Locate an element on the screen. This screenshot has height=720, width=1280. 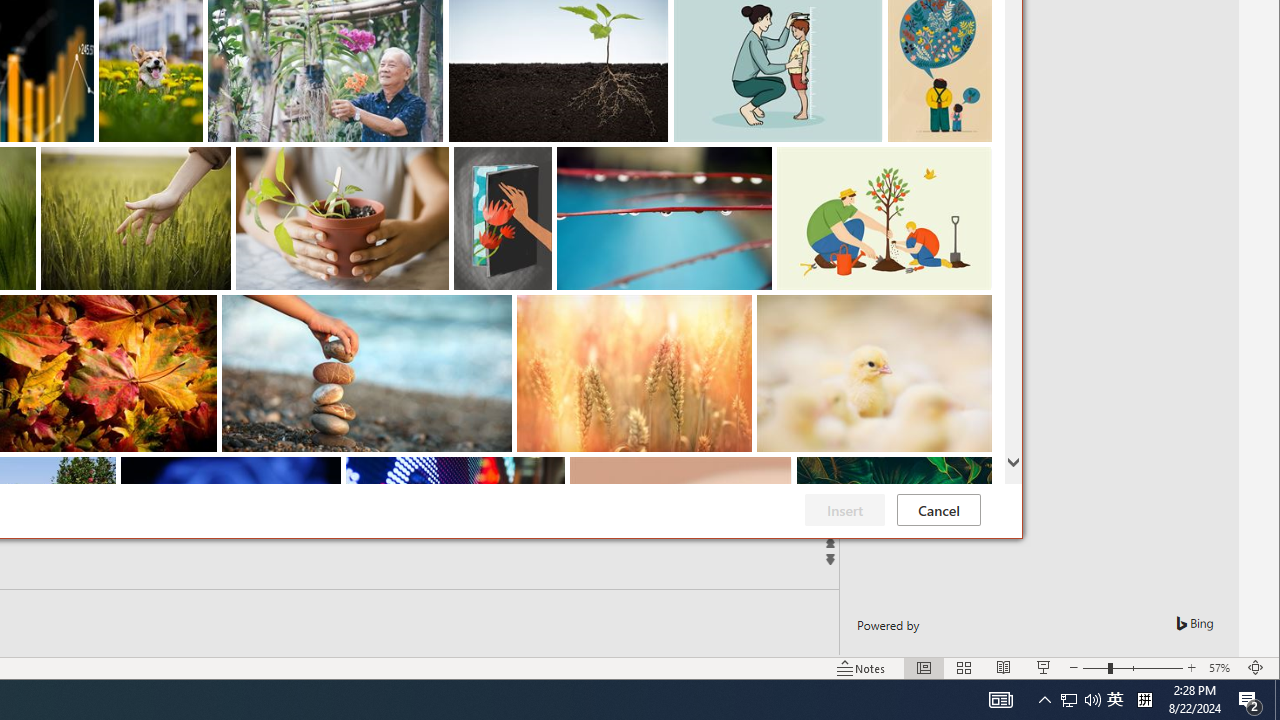
'Q2790: 100%' is located at coordinates (1079, 698).